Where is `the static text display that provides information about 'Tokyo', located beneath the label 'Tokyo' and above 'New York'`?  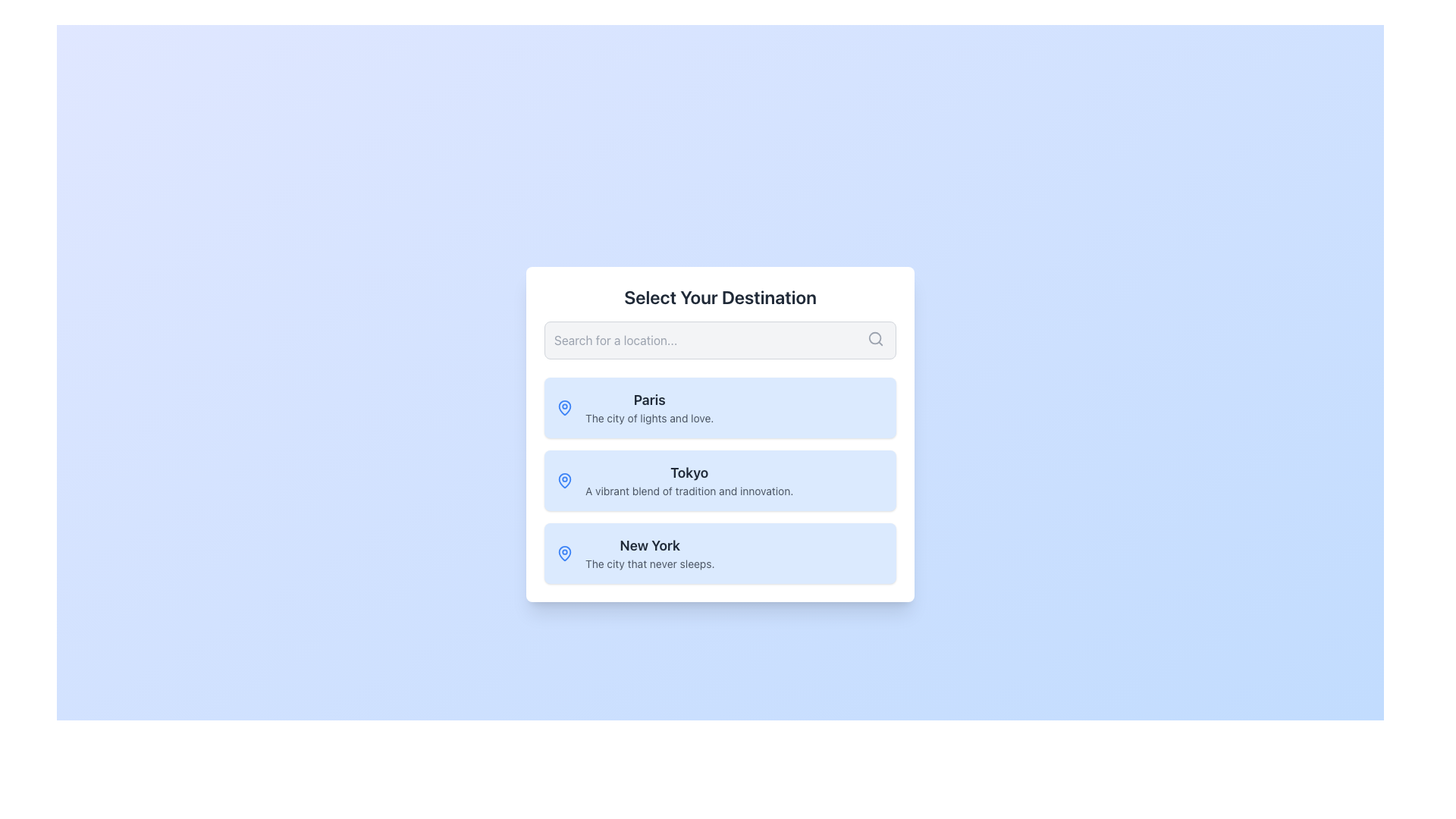 the static text display that provides information about 'Tokyo', located beneath the label 'Tokyo' and above 'New York' is located at coordinates (689, 491).